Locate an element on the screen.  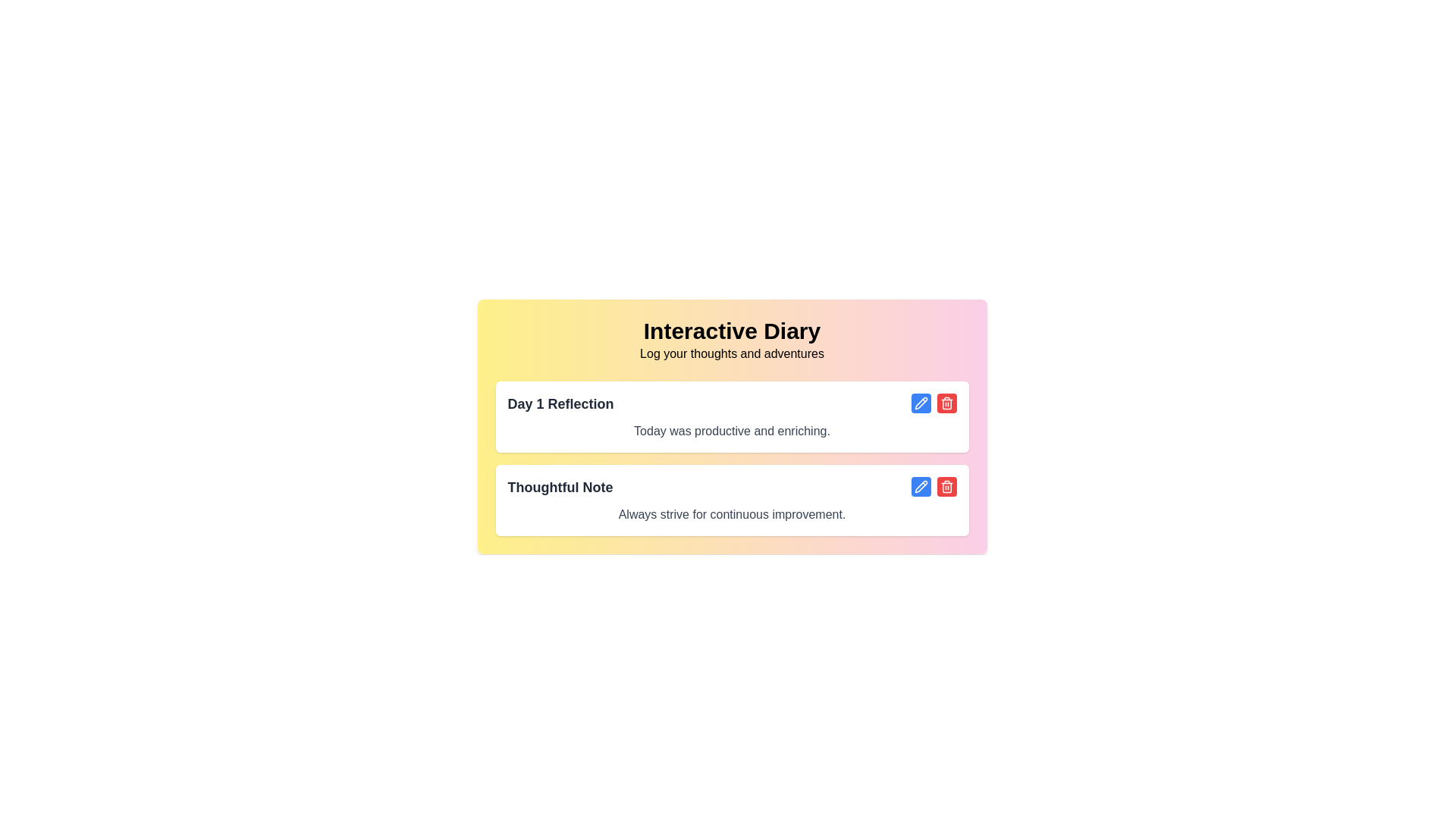
the small red trash can icon button located in the upper right corner of the 'Day 1 Reflection' entry to initiate the deletion action is located at coordinates (946, 403).